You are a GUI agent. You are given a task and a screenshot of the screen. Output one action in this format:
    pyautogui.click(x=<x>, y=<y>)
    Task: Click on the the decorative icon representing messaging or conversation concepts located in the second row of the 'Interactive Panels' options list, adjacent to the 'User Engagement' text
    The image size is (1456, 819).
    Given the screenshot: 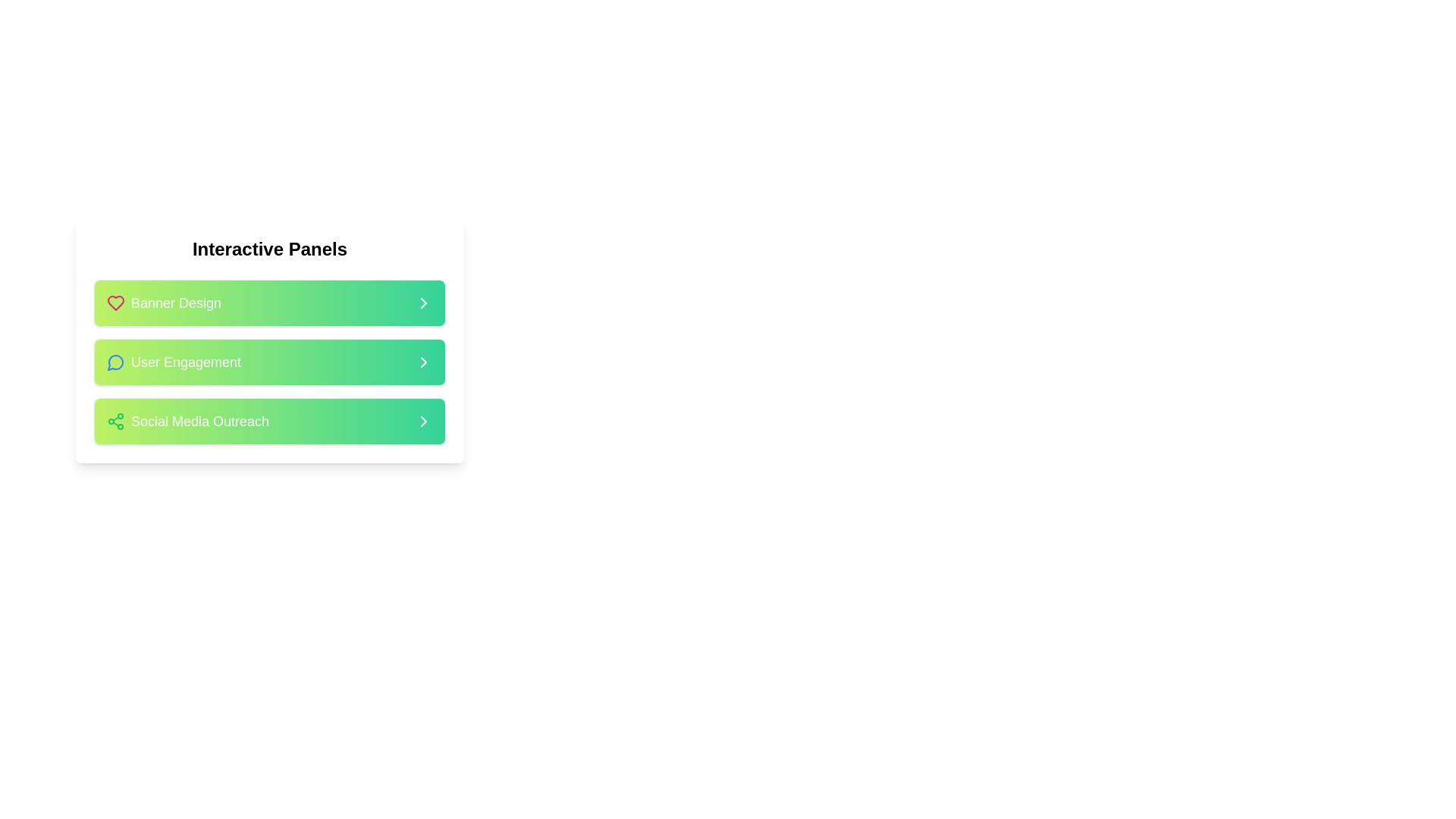 What is the action you would take?
    pyautogui.click(x=115, y=362)
    